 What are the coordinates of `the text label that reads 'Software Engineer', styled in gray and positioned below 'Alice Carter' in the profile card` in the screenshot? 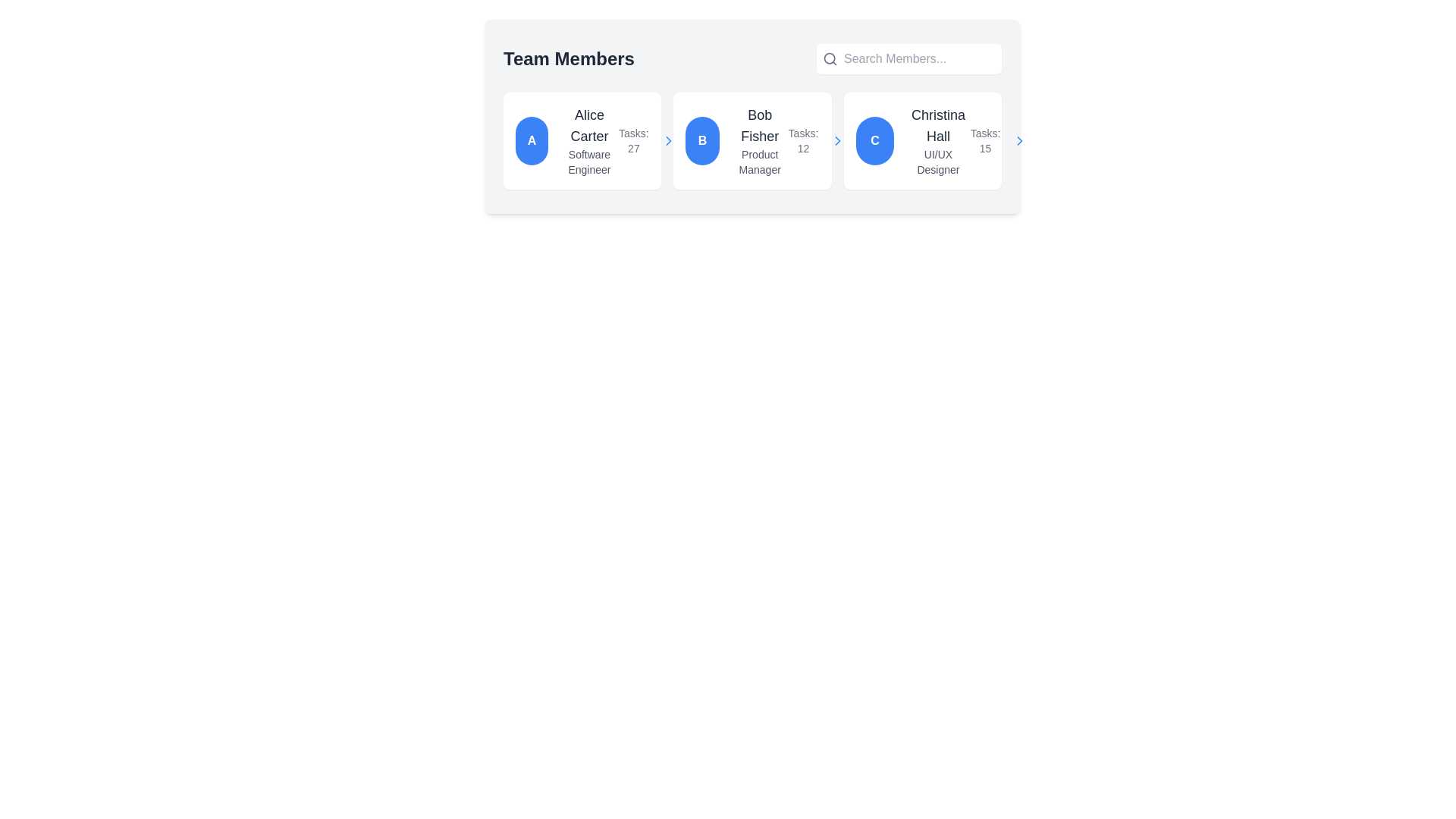 It's located at (588, 162).